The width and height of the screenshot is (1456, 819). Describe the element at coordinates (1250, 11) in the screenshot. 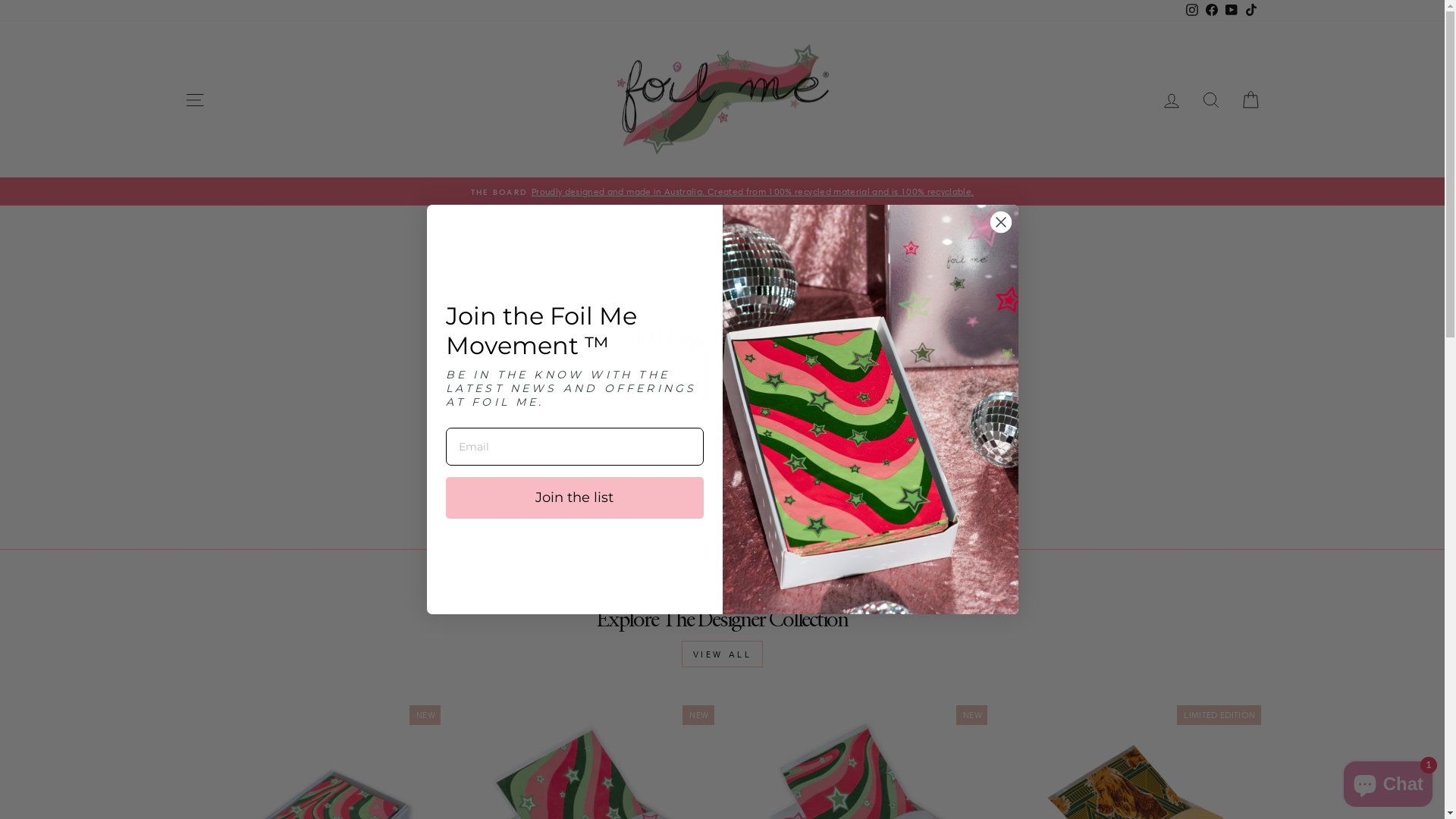

I see `'TikTok'` at that location.